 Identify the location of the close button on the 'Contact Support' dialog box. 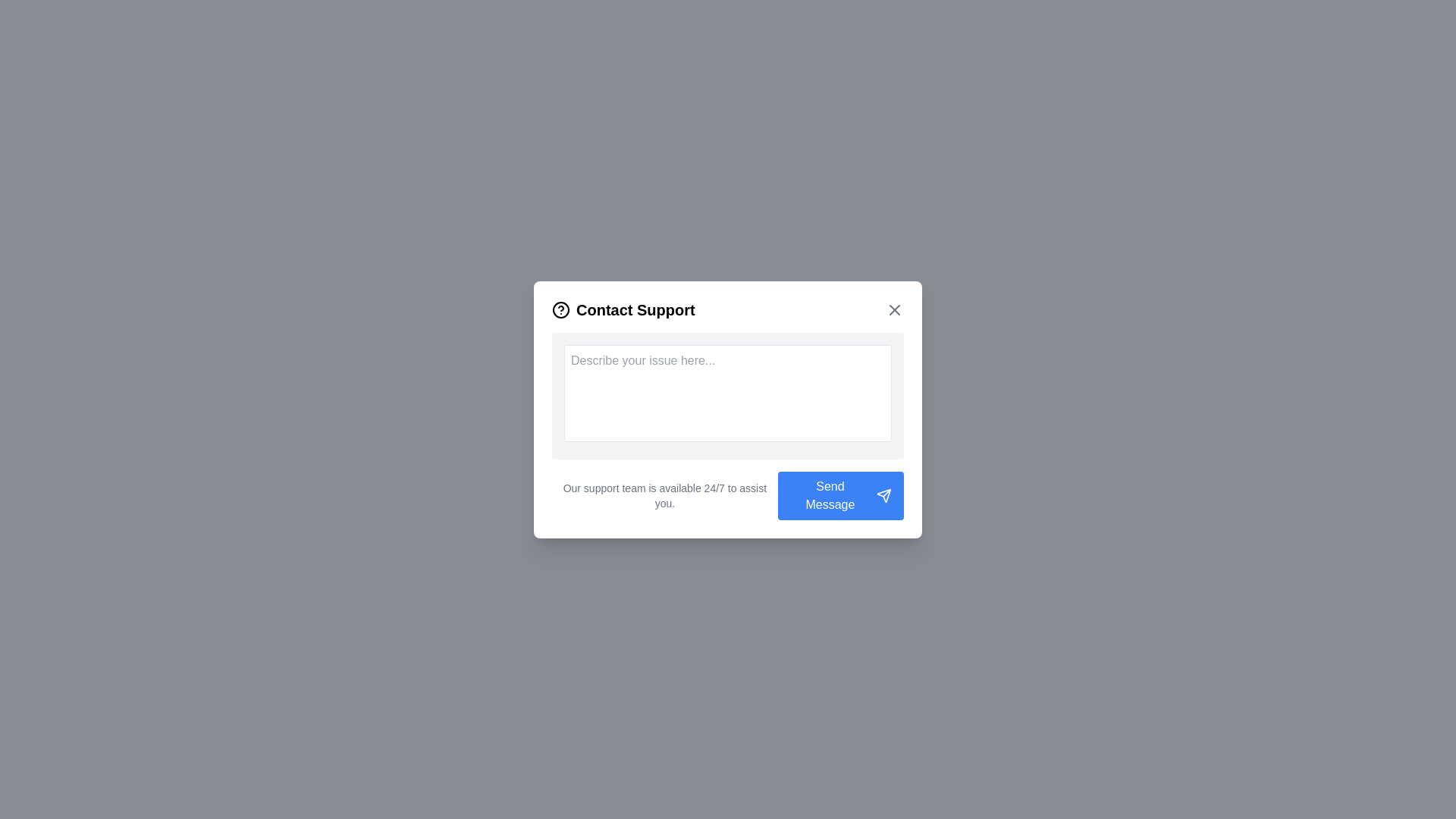
(895, 309).